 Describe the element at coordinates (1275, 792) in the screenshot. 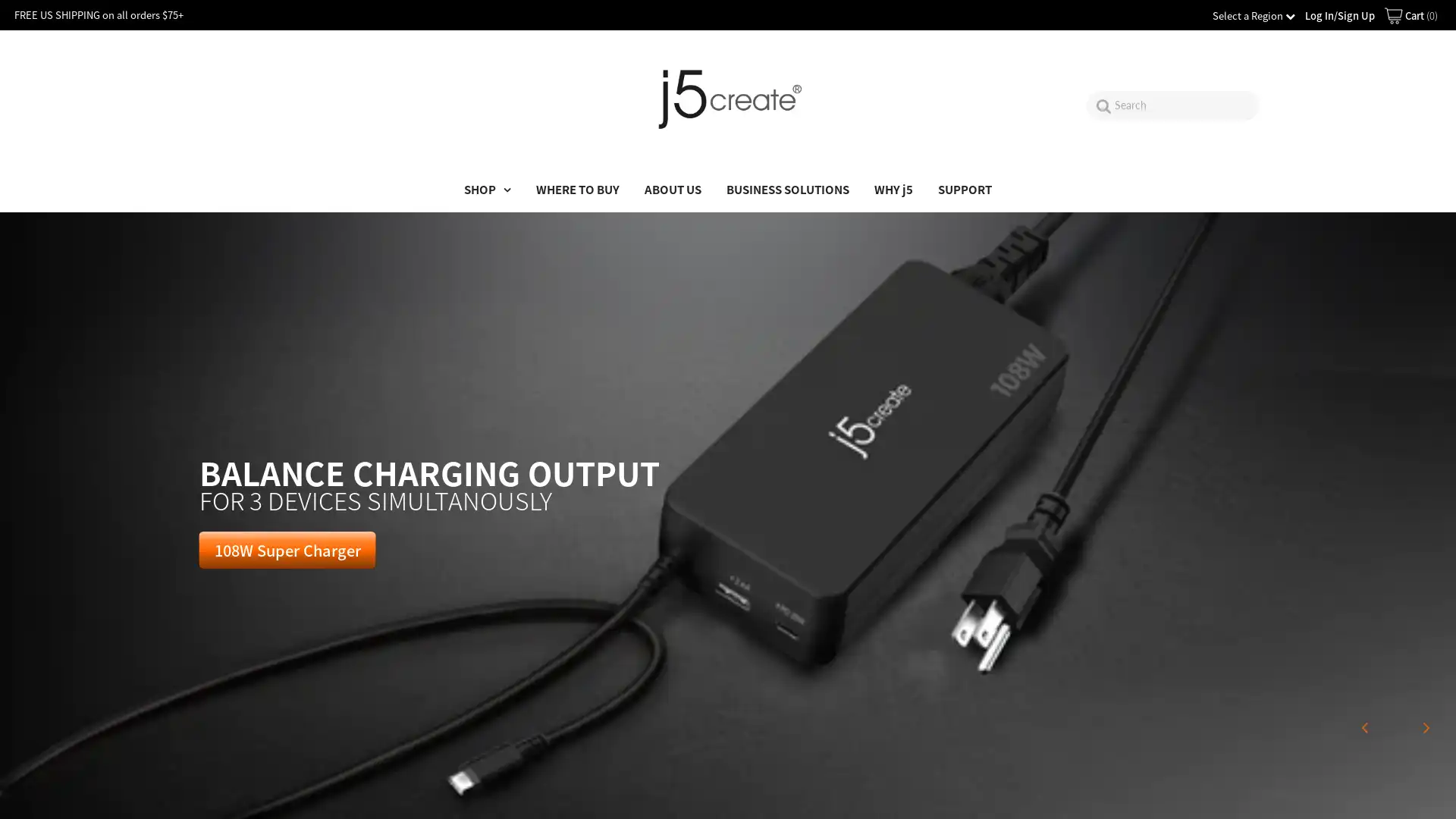

I see `Preferences` at that location.